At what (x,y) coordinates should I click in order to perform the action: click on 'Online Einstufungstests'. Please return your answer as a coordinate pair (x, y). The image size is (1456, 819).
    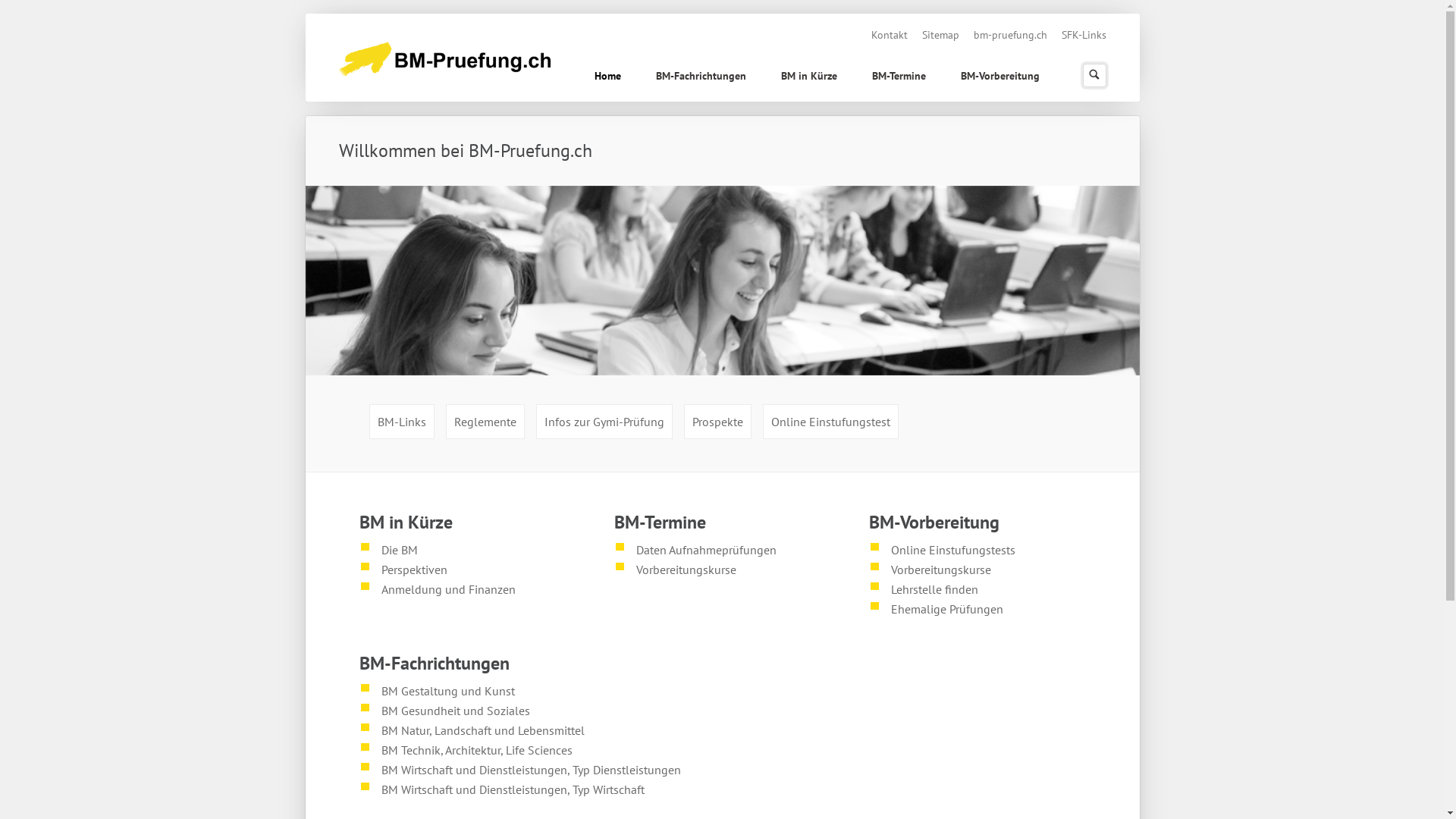
    Looking at the image, I should click on (952, 550).